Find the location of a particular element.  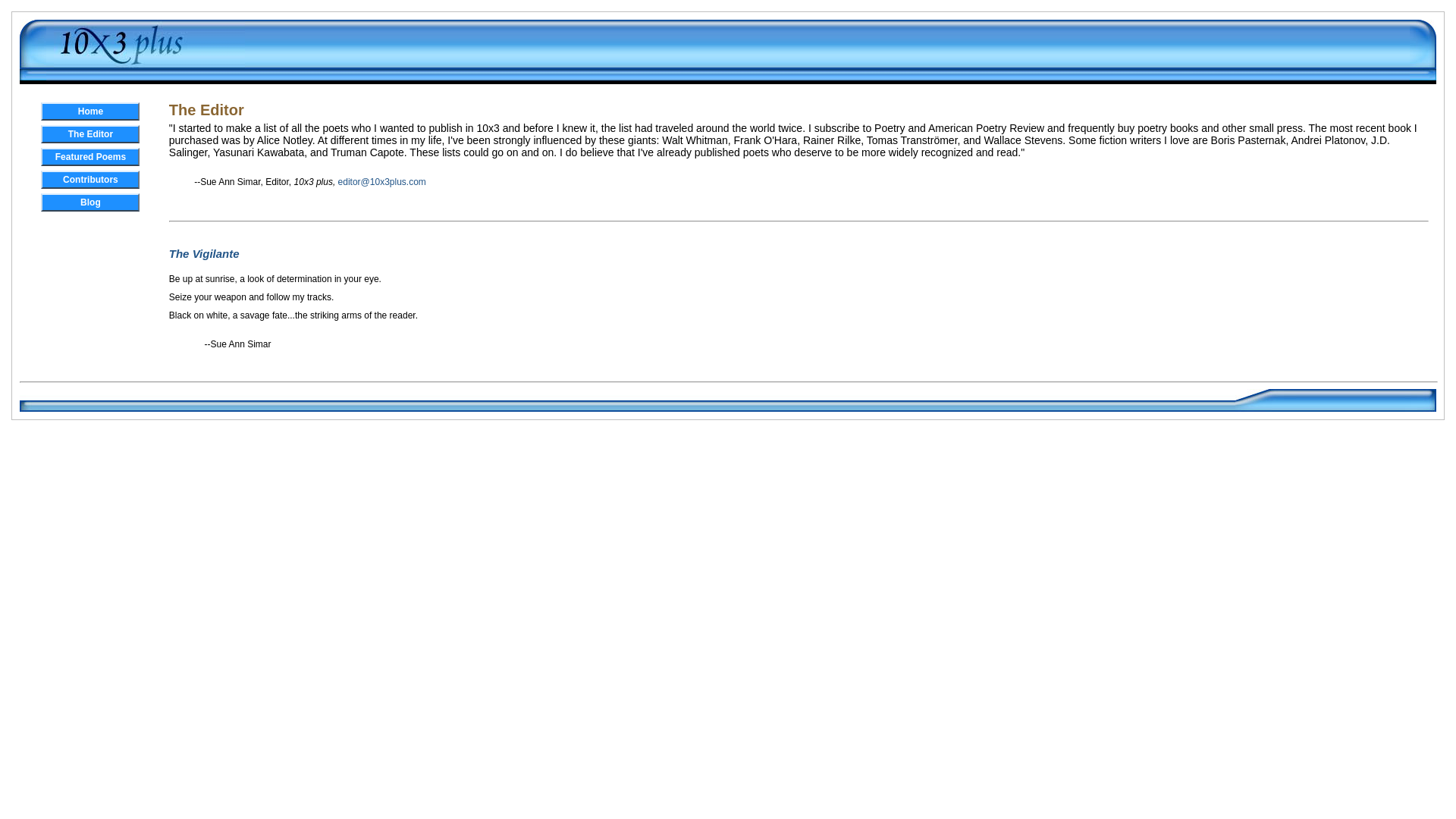

'The Editor' is located at coordinates (89, 133).